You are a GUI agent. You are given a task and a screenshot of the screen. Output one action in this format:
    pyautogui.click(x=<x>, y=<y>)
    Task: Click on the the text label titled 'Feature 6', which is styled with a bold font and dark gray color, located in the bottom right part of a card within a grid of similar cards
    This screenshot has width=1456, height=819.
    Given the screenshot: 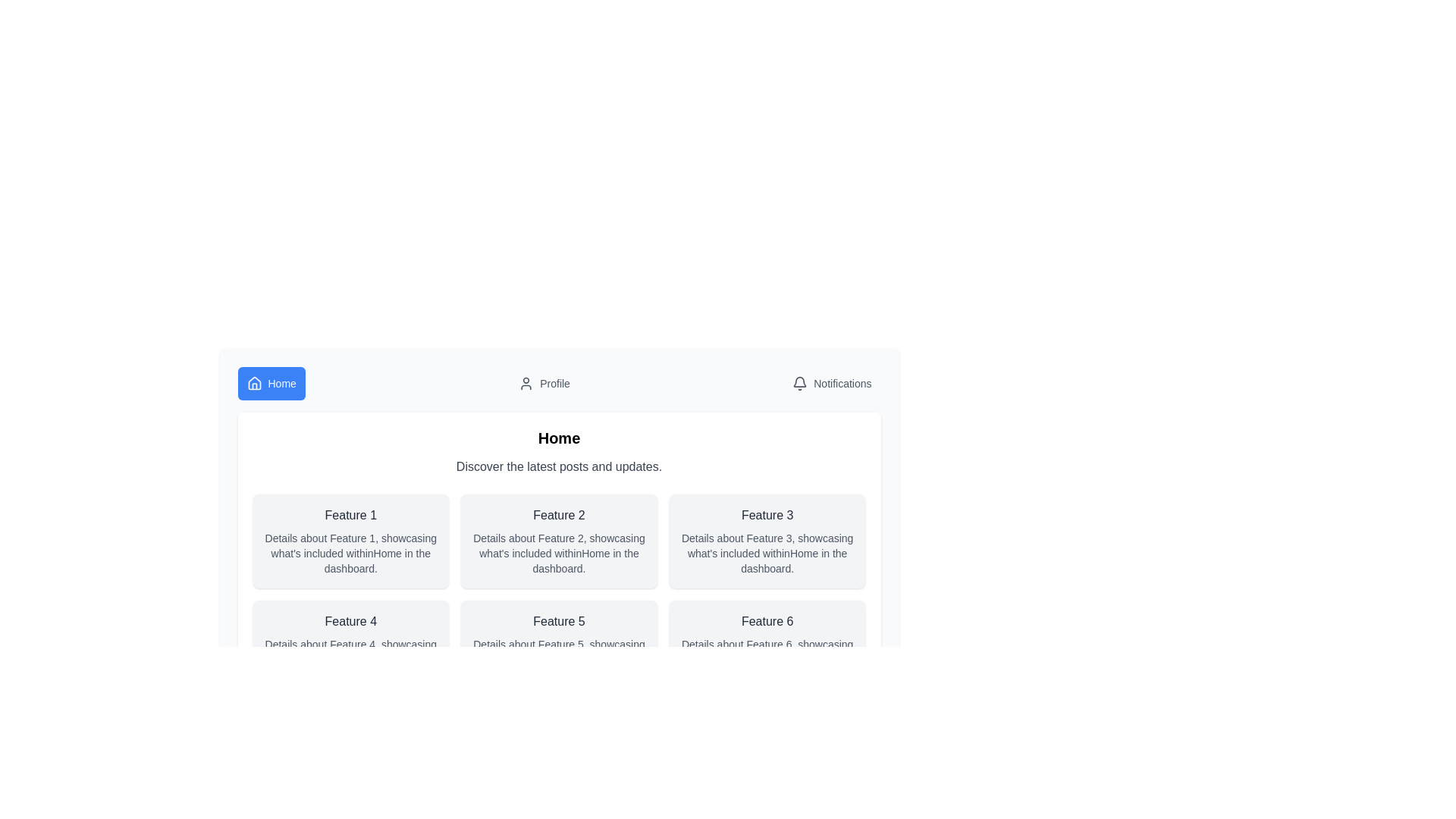 What is the action you would take?
    pyautogui.click(x=767, y=622)
    